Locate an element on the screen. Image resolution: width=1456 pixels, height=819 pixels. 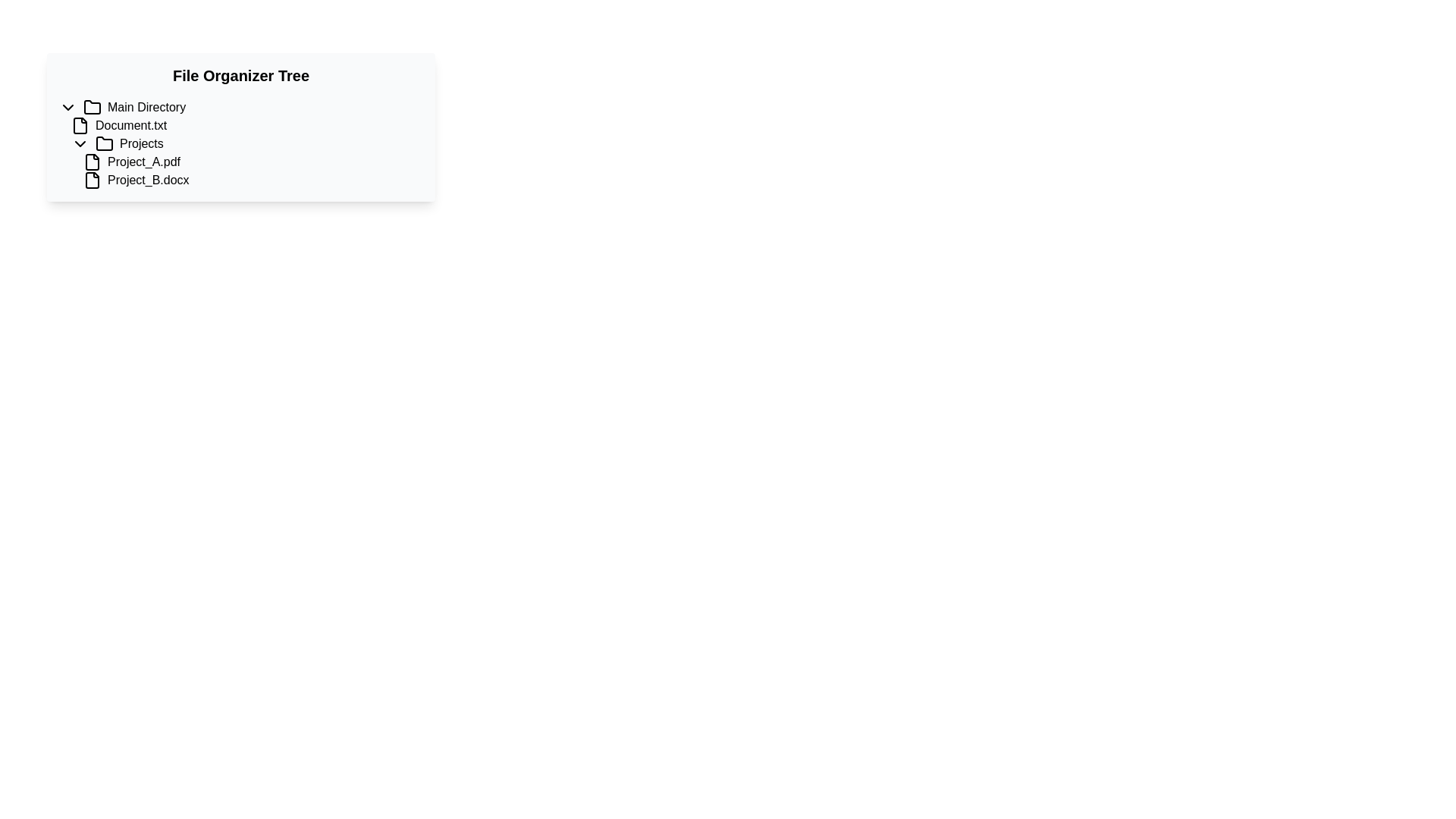
the folder icon that represents a directory in the file management interface, located to the left of the text label 'Main Directory' is located at coordinates (91, 107).